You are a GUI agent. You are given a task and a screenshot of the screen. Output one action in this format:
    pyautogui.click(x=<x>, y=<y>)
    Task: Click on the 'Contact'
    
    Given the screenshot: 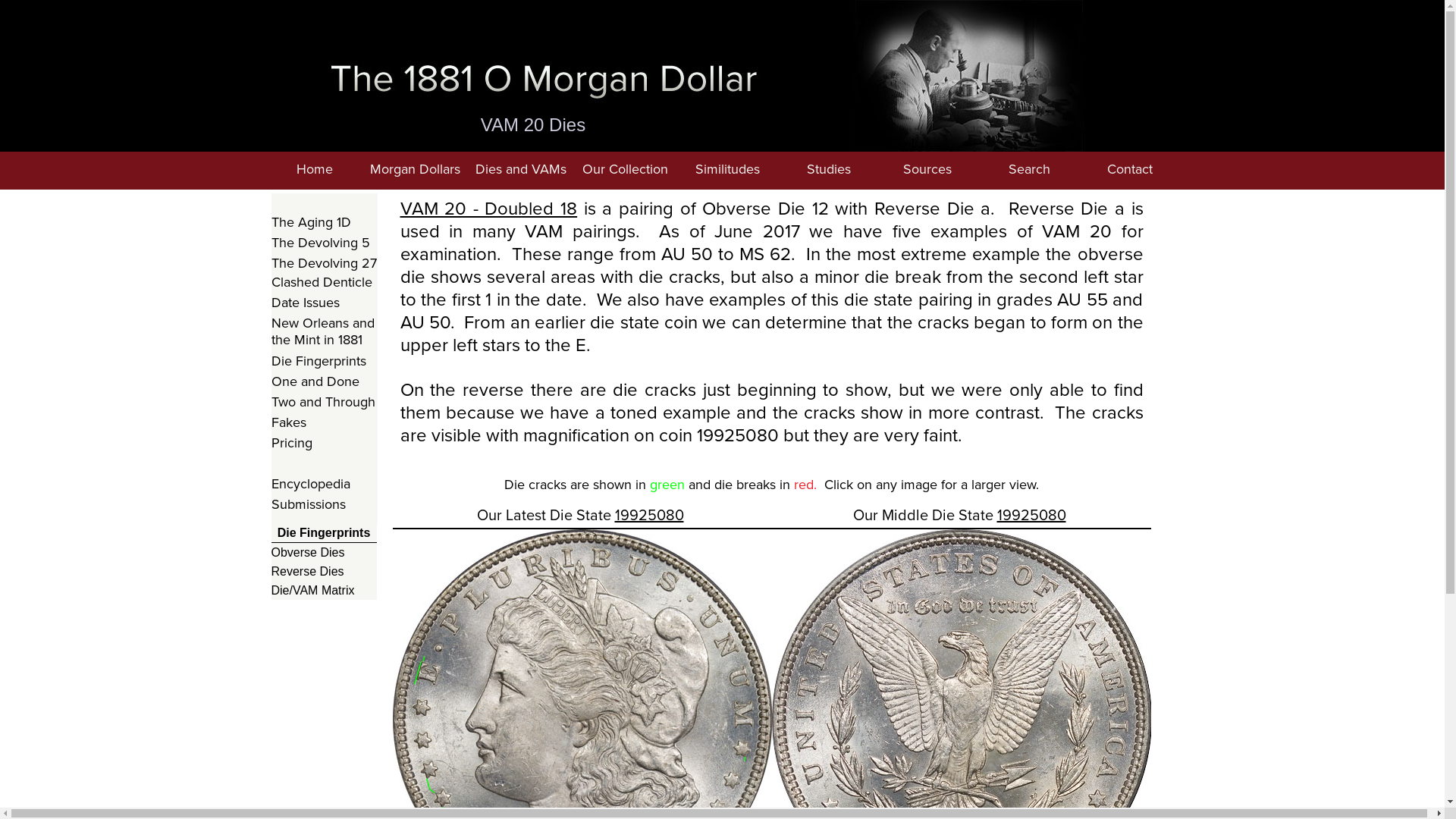 What is the action you would take?
    pyautogui.click(x=1082, y=170)
    